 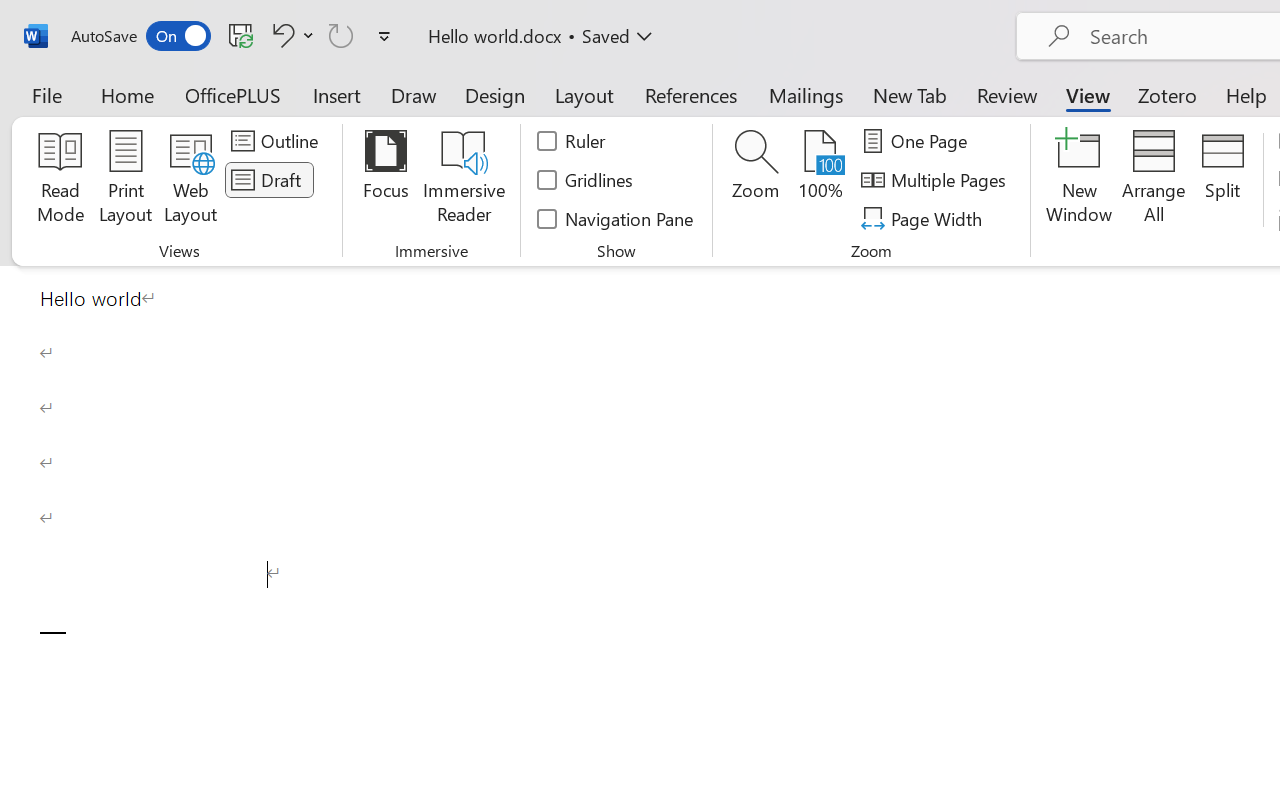 What do you see at coordinates (821, 179) in the screenshot?
I see `'100%'` at bounding box center [821, 179].